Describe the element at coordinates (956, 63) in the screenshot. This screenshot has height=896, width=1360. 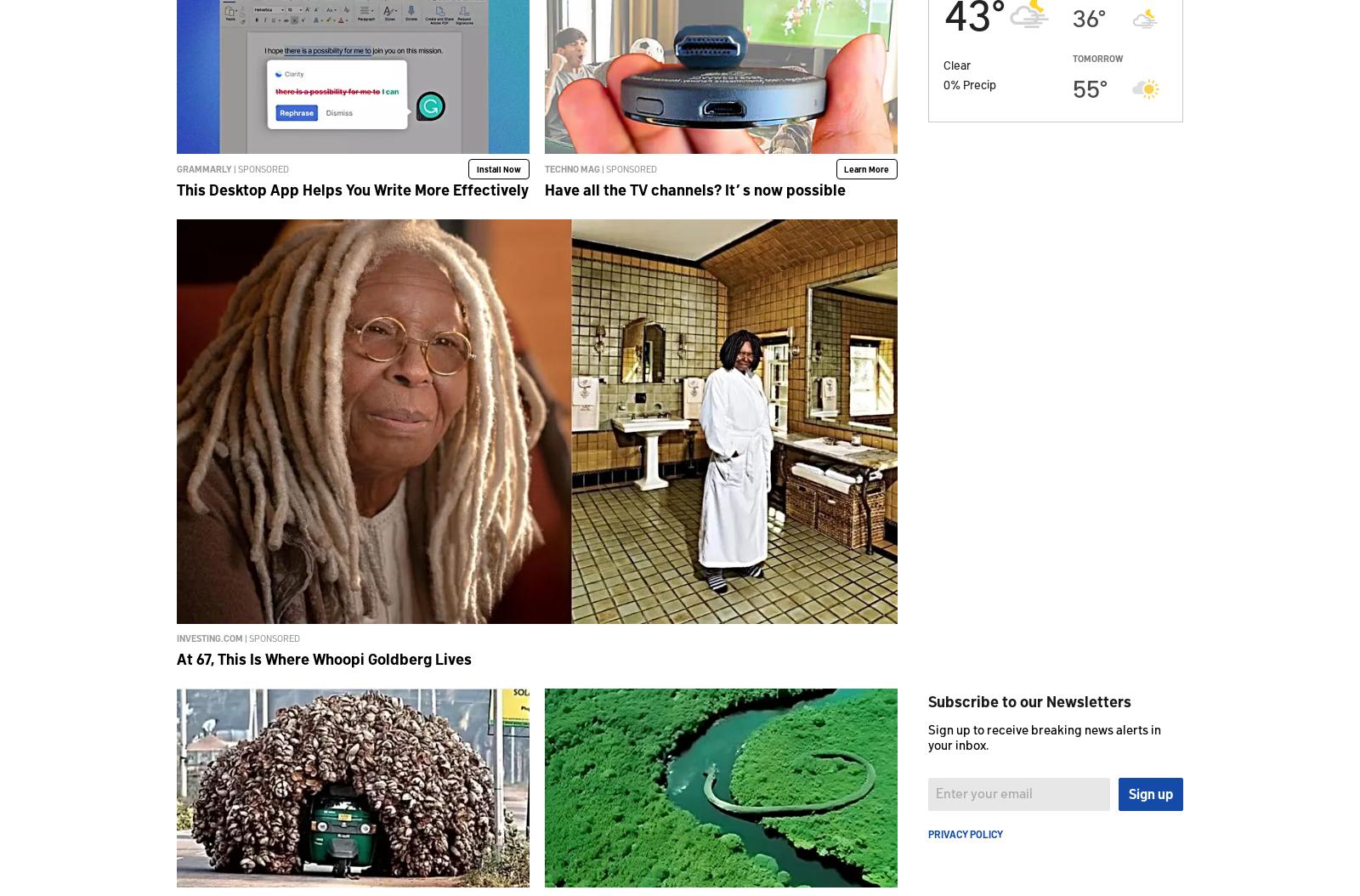
I see `'Clear'` at that location.